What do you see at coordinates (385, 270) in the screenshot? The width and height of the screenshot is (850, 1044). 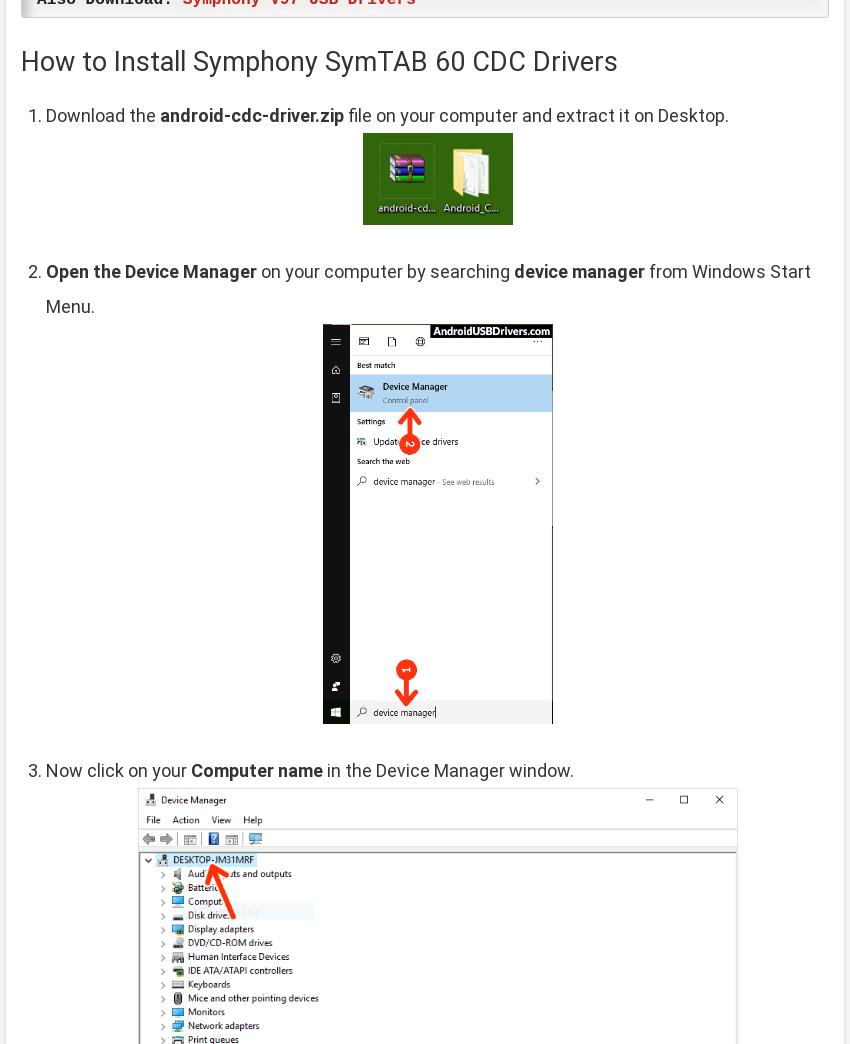 I see `'on your computer by searching'` at bounding box center [385, 270].